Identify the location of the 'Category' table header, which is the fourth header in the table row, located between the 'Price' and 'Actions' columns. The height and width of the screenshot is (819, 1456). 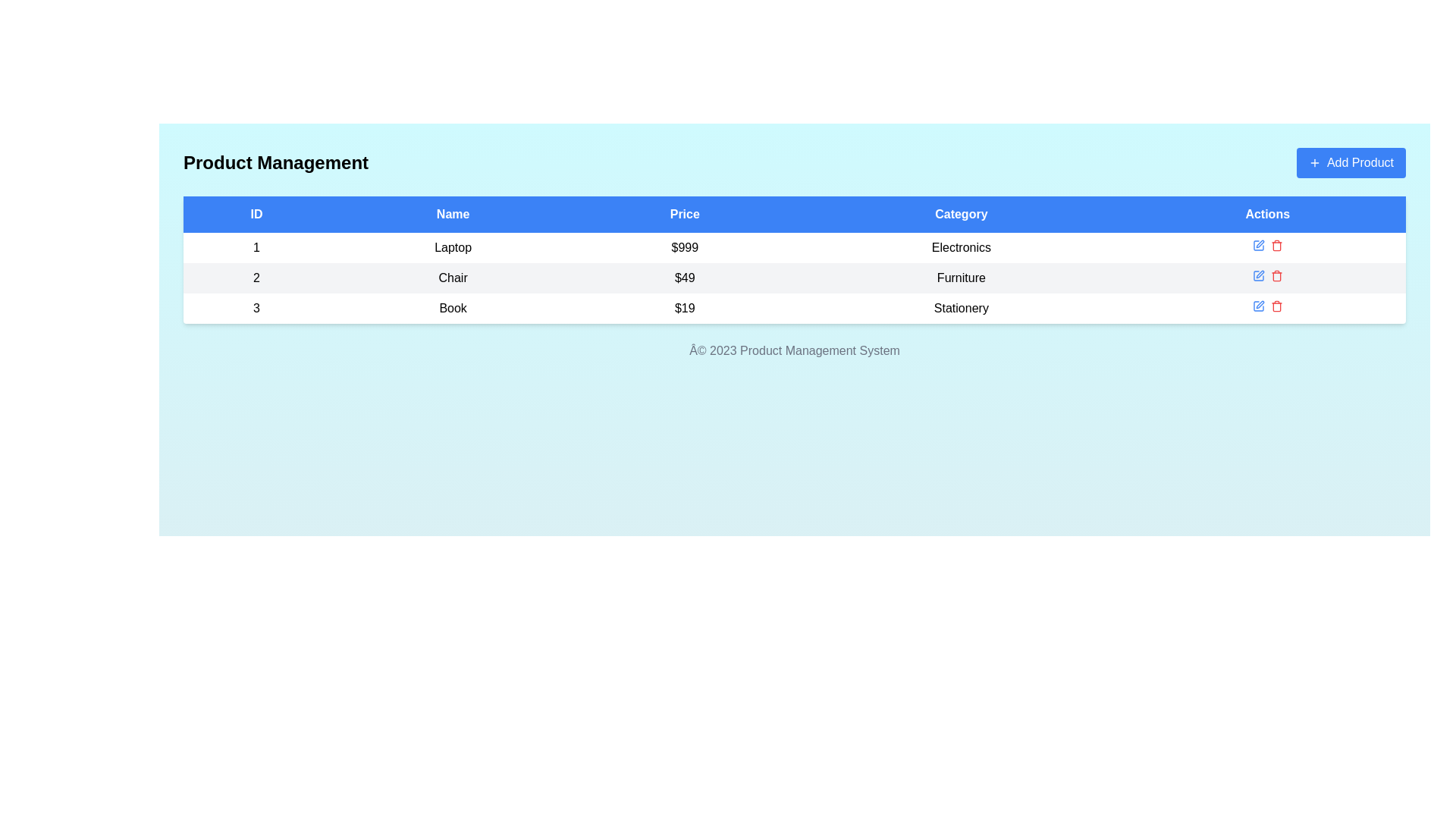
(960, 214).